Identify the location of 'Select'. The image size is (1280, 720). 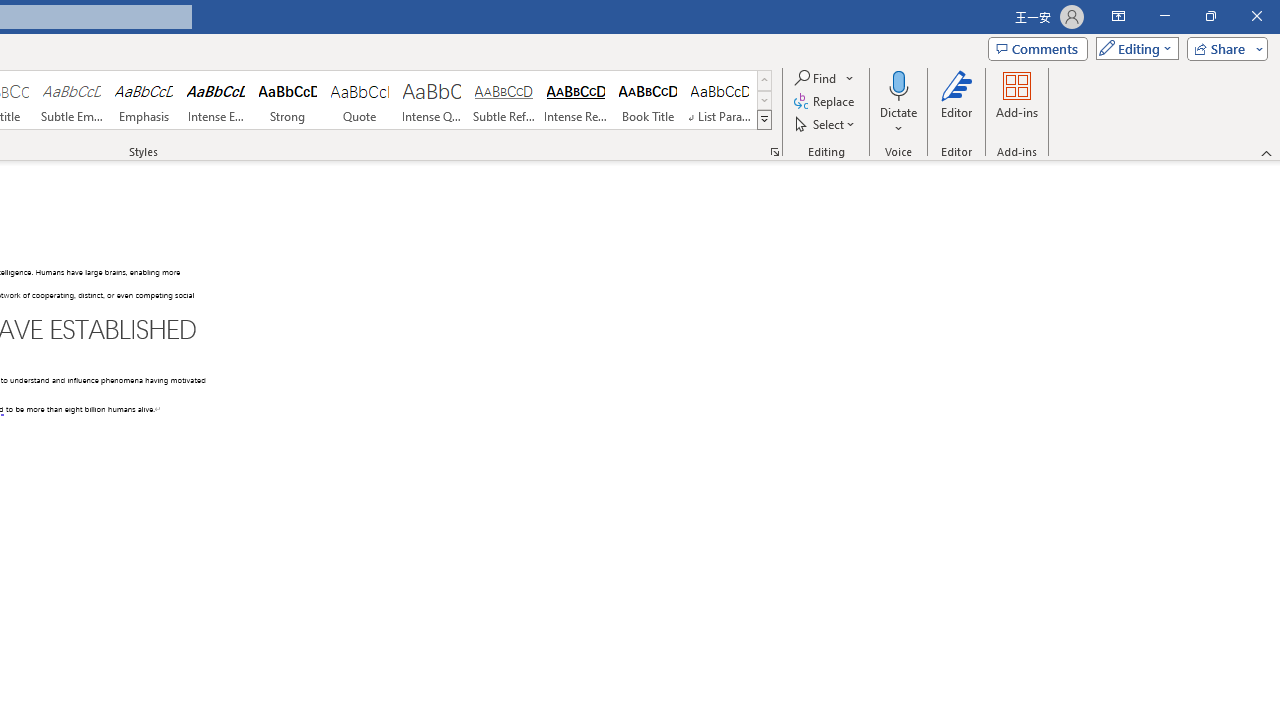
(826, 124).